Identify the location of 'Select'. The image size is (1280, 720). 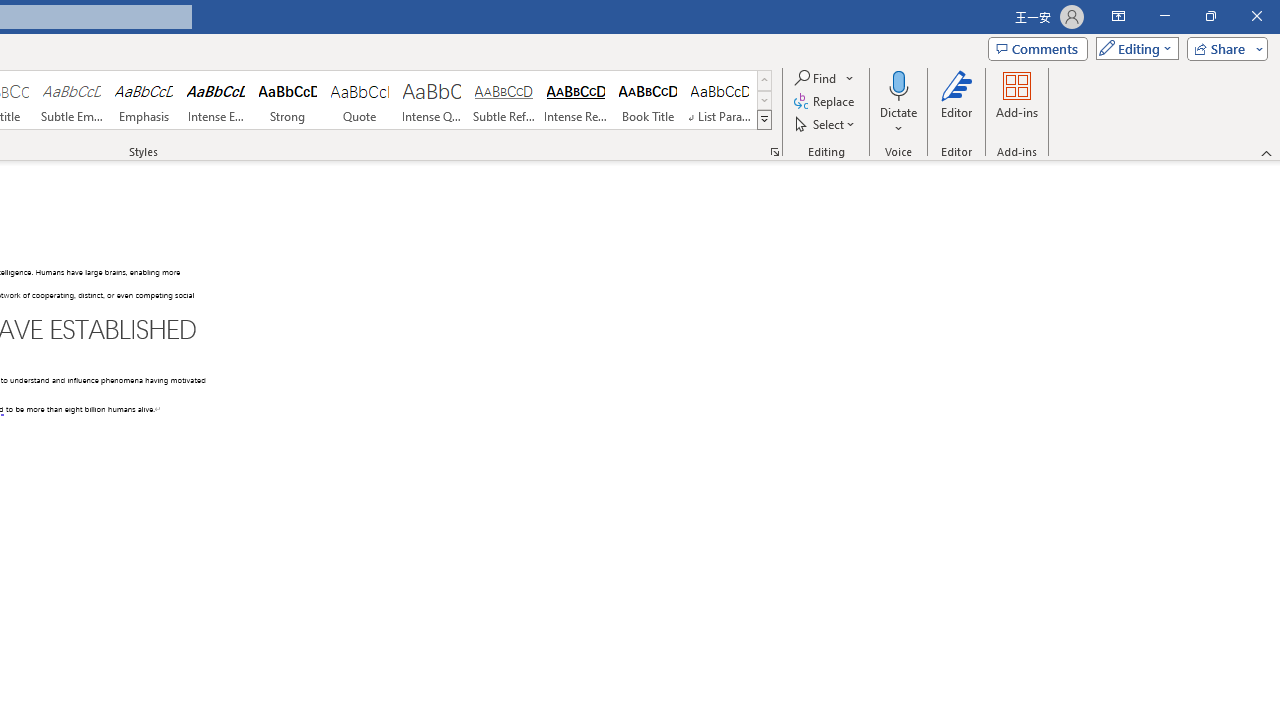
(826, 124).